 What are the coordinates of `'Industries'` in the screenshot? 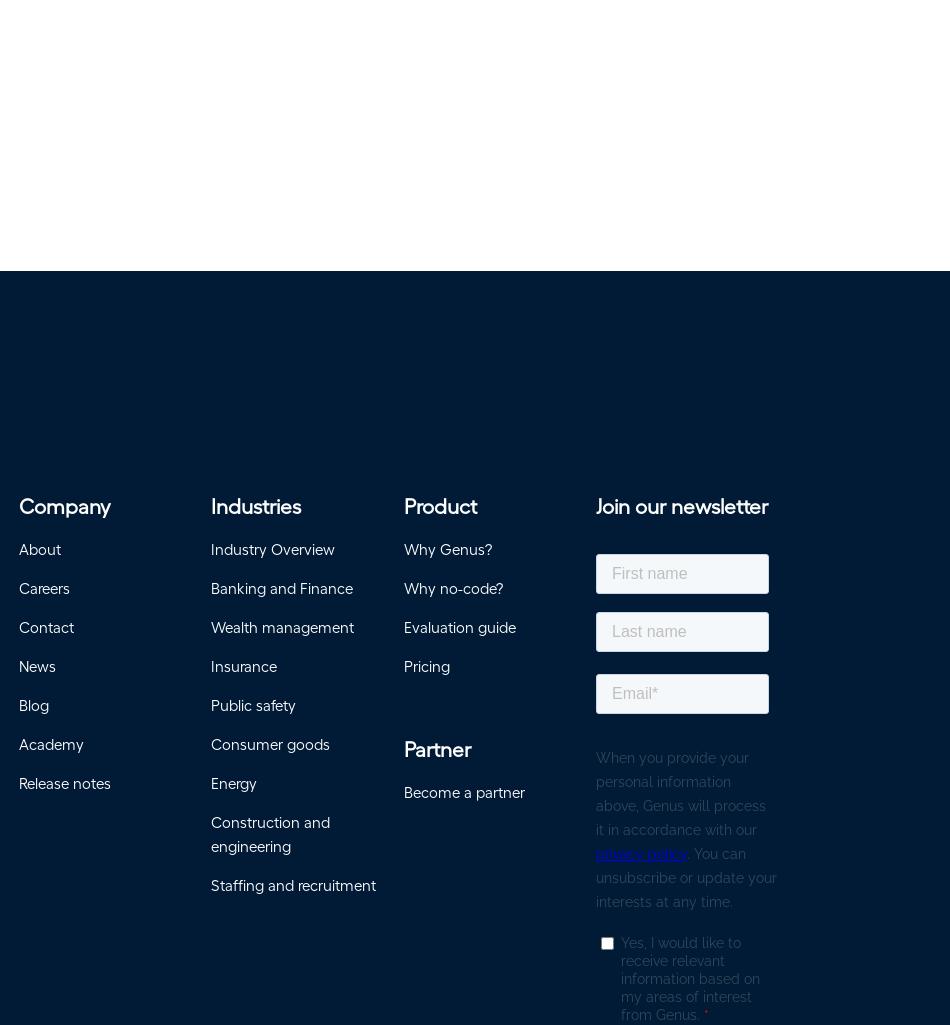 It's located at (255, 512).